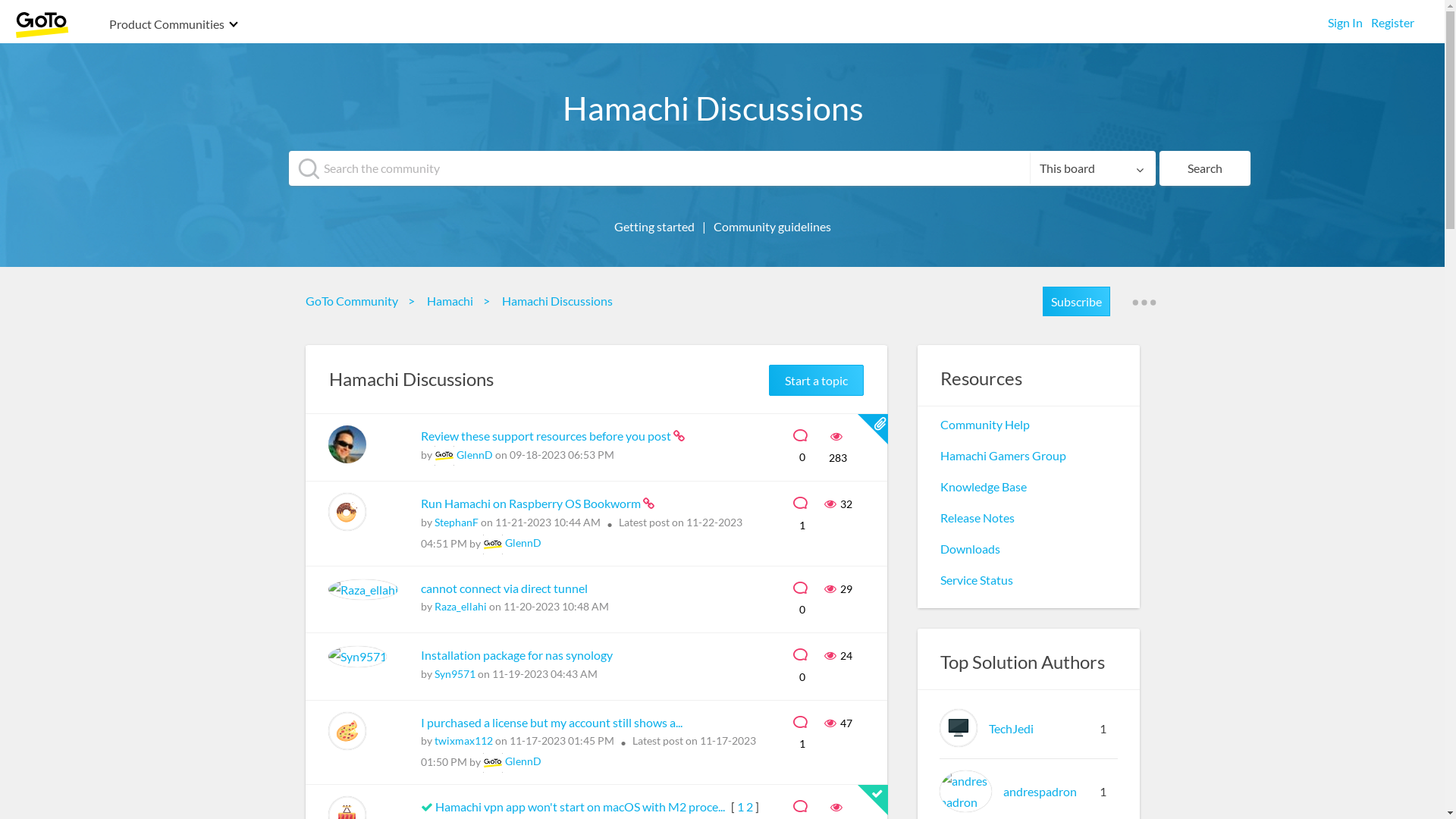  Describe the element at coordinates (454, 521) in the screenshot. I see `'StephanF'` at that location.